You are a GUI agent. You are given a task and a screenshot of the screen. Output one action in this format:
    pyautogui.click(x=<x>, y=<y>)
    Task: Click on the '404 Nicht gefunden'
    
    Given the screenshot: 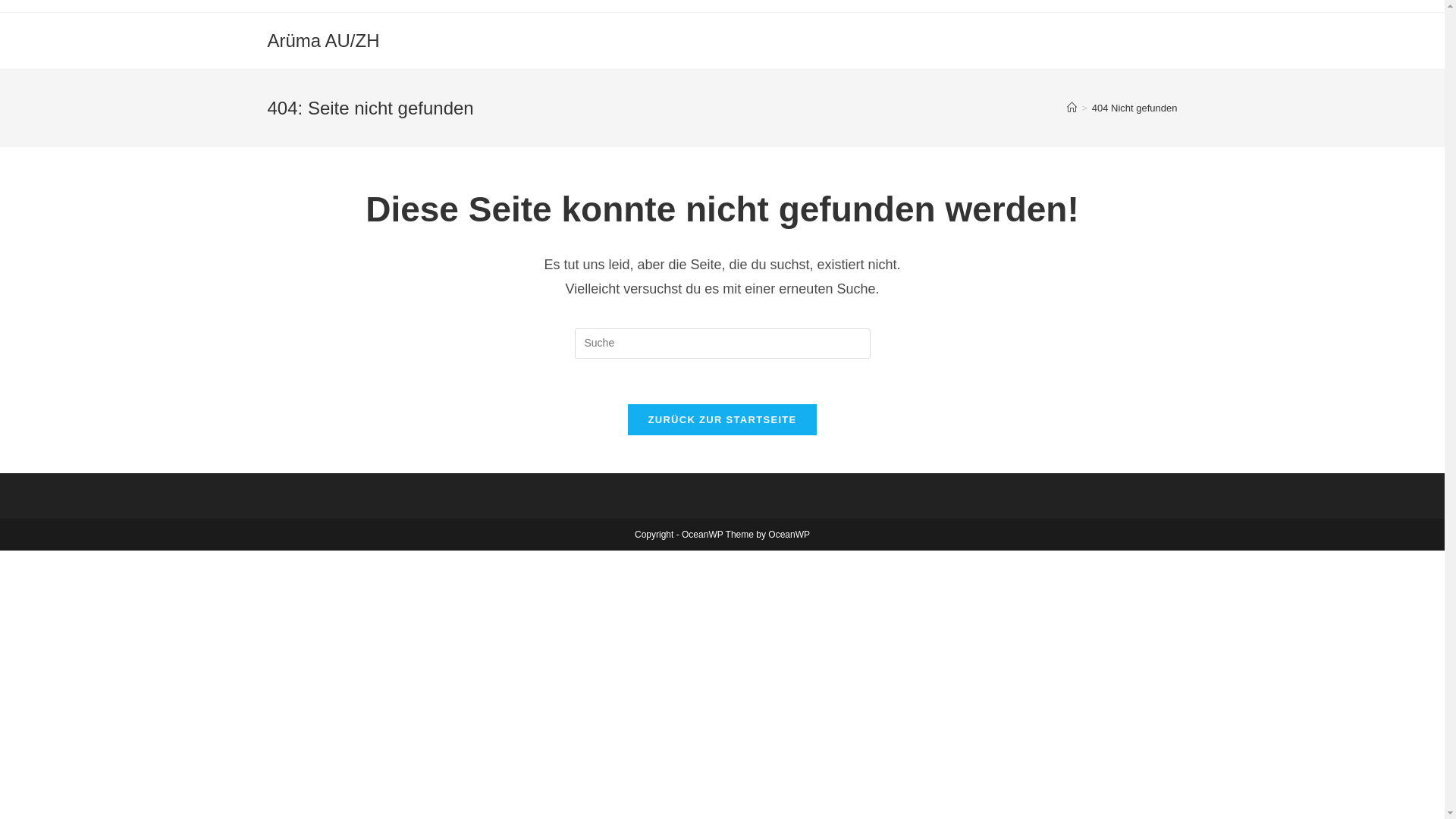 What is the action you would take?
    pyautogui.click(x=1134, y=107)
    